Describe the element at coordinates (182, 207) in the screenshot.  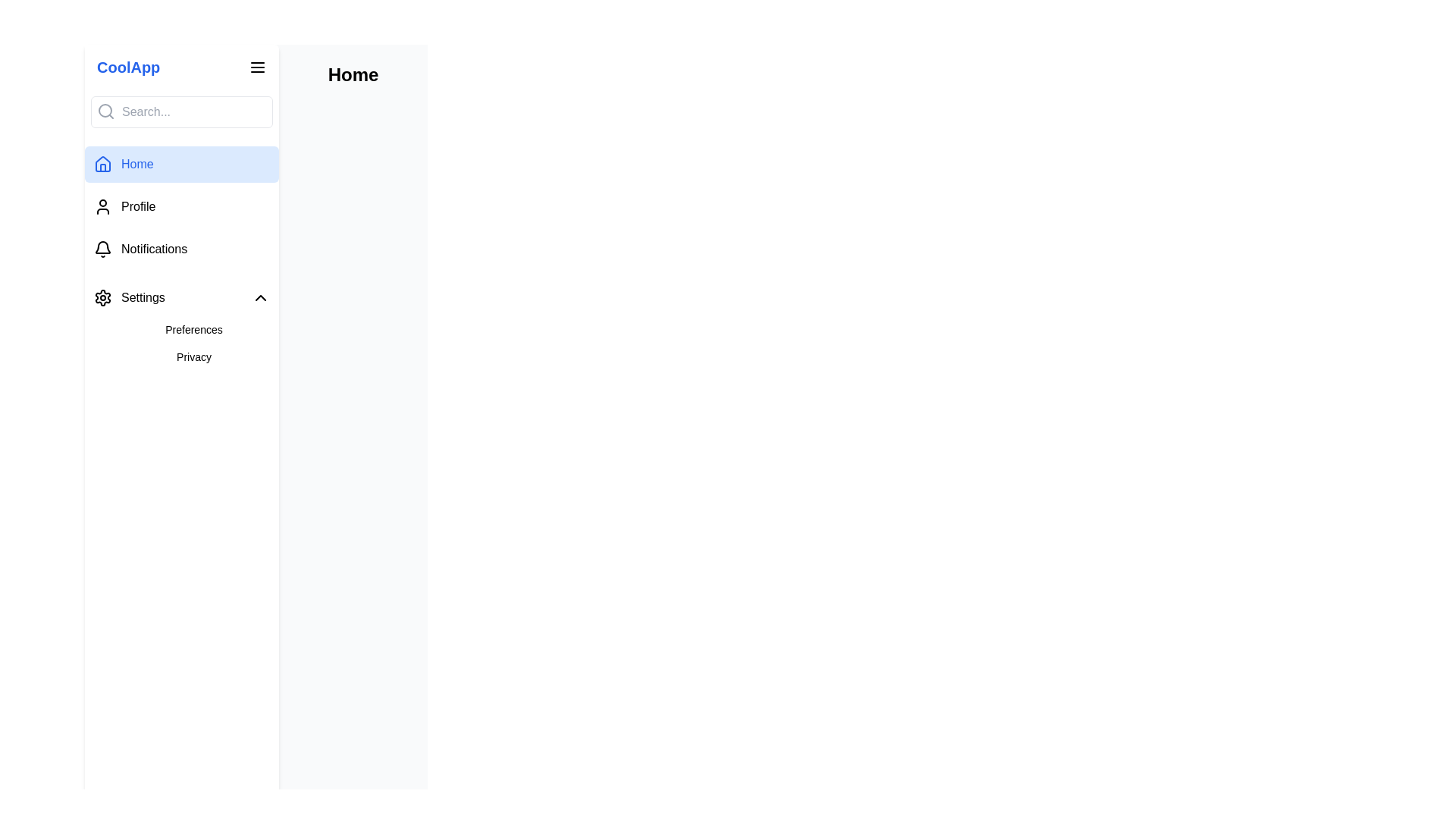
I see `the 'Profile' navigation menu item located in the sidebar, positioned below 'Home' and above 'Notifications'` at that location.